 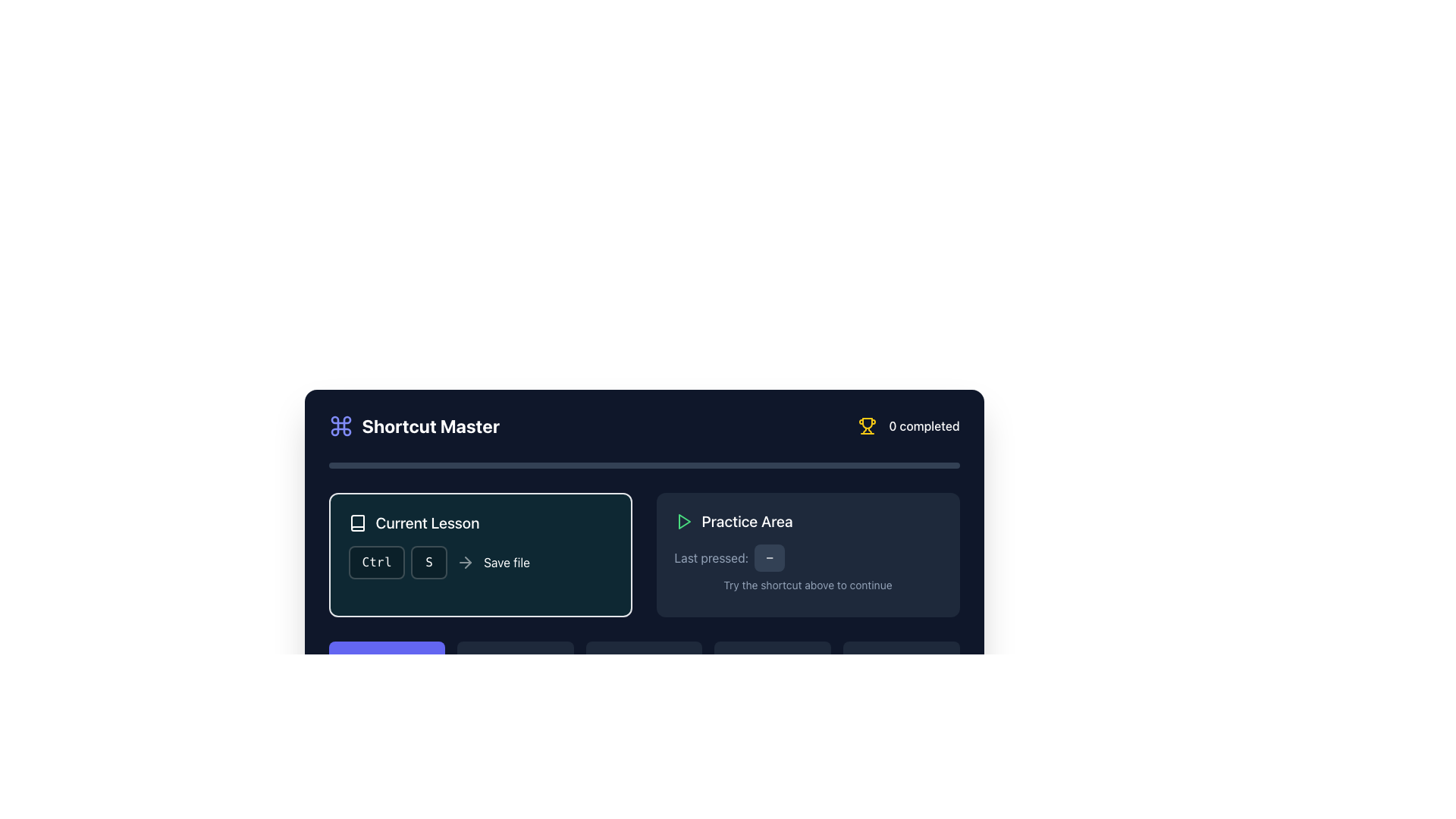 I want to click on the 'S' button in the 'Current Lesson' section, which is the second button in a horizontal layout next, so click(x=428, y=562).